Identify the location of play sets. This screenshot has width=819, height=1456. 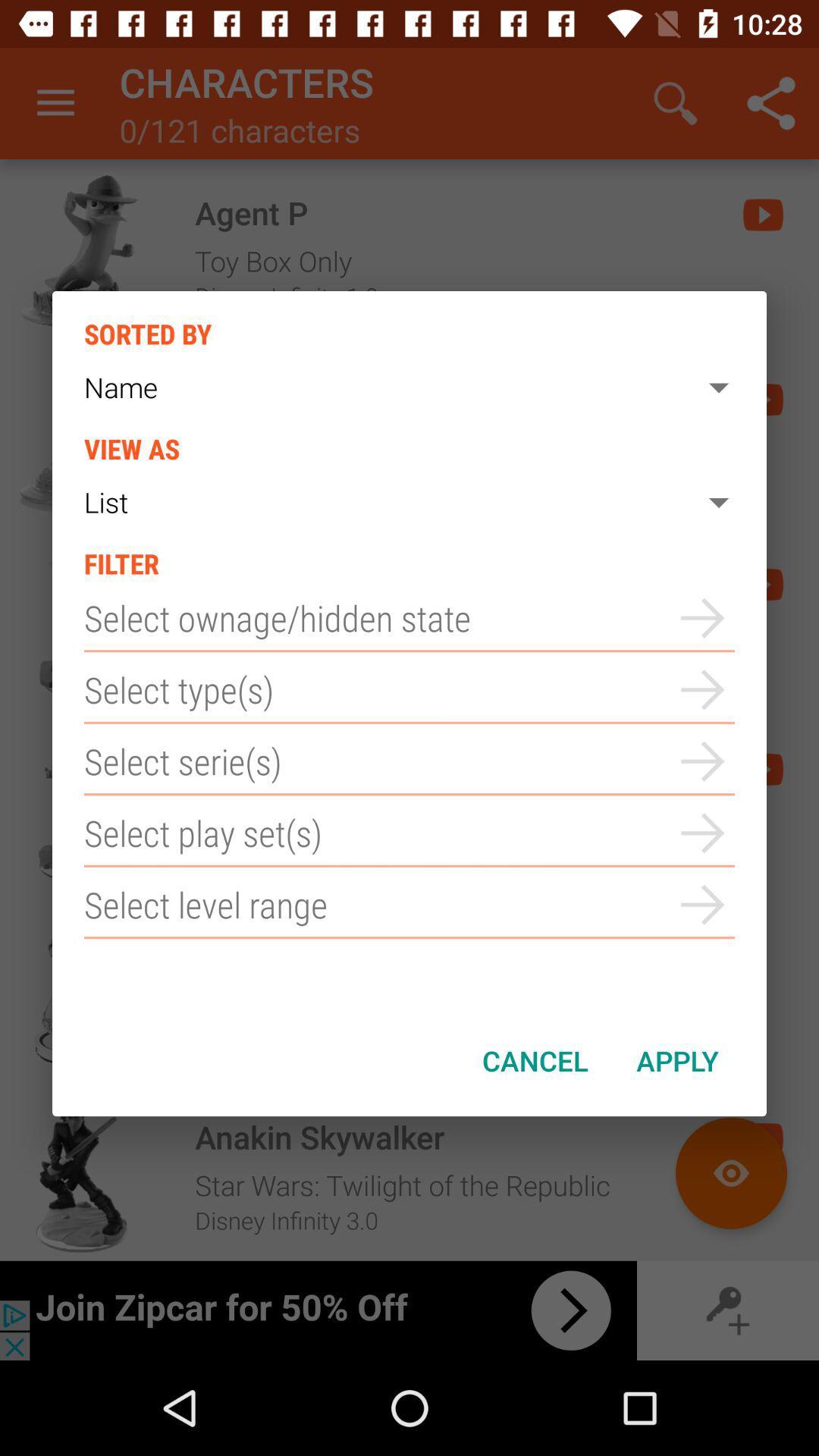
(409, 832).